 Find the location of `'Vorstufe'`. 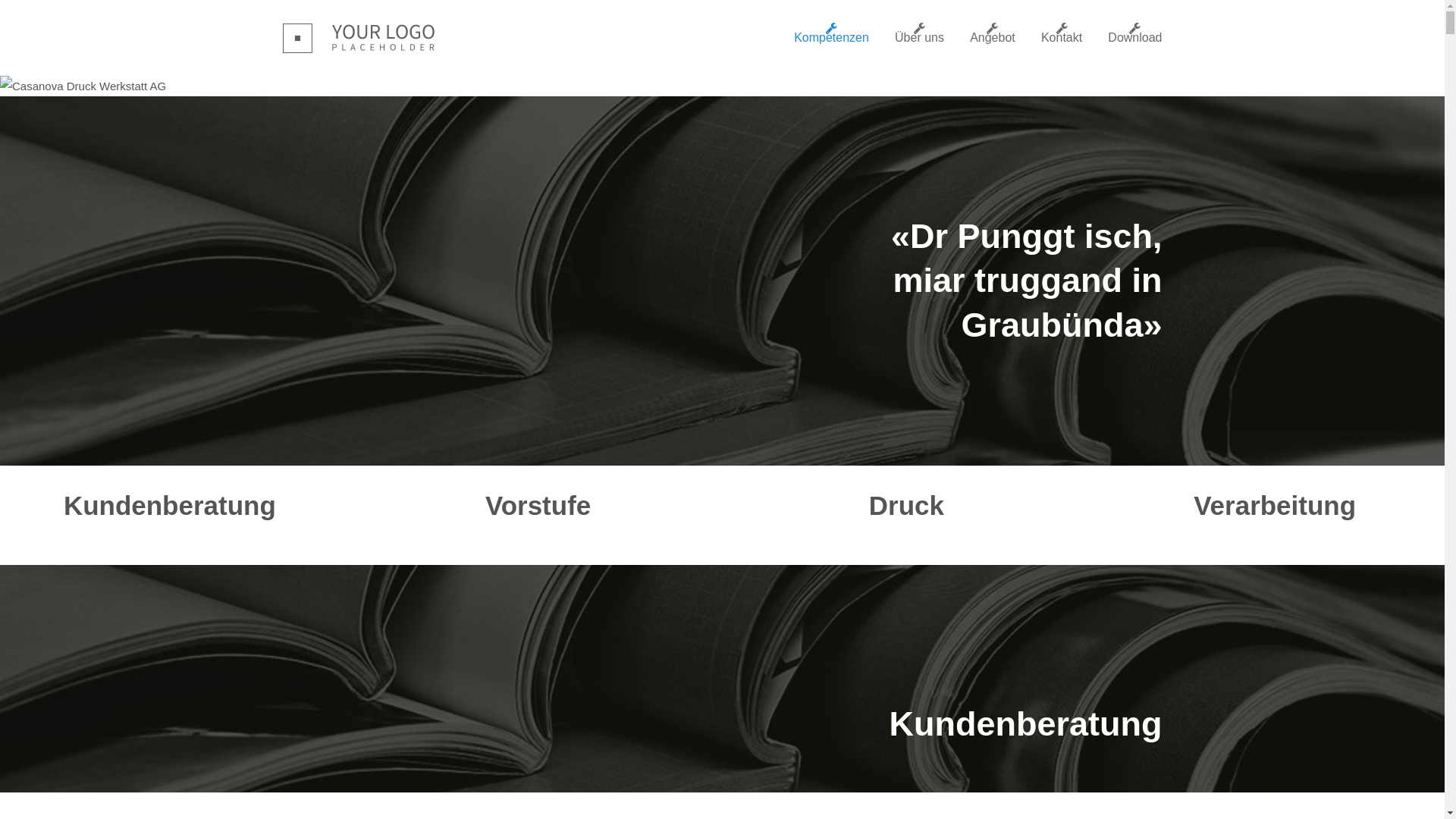

'Vorstufe' is located at coordinates (538, 505).